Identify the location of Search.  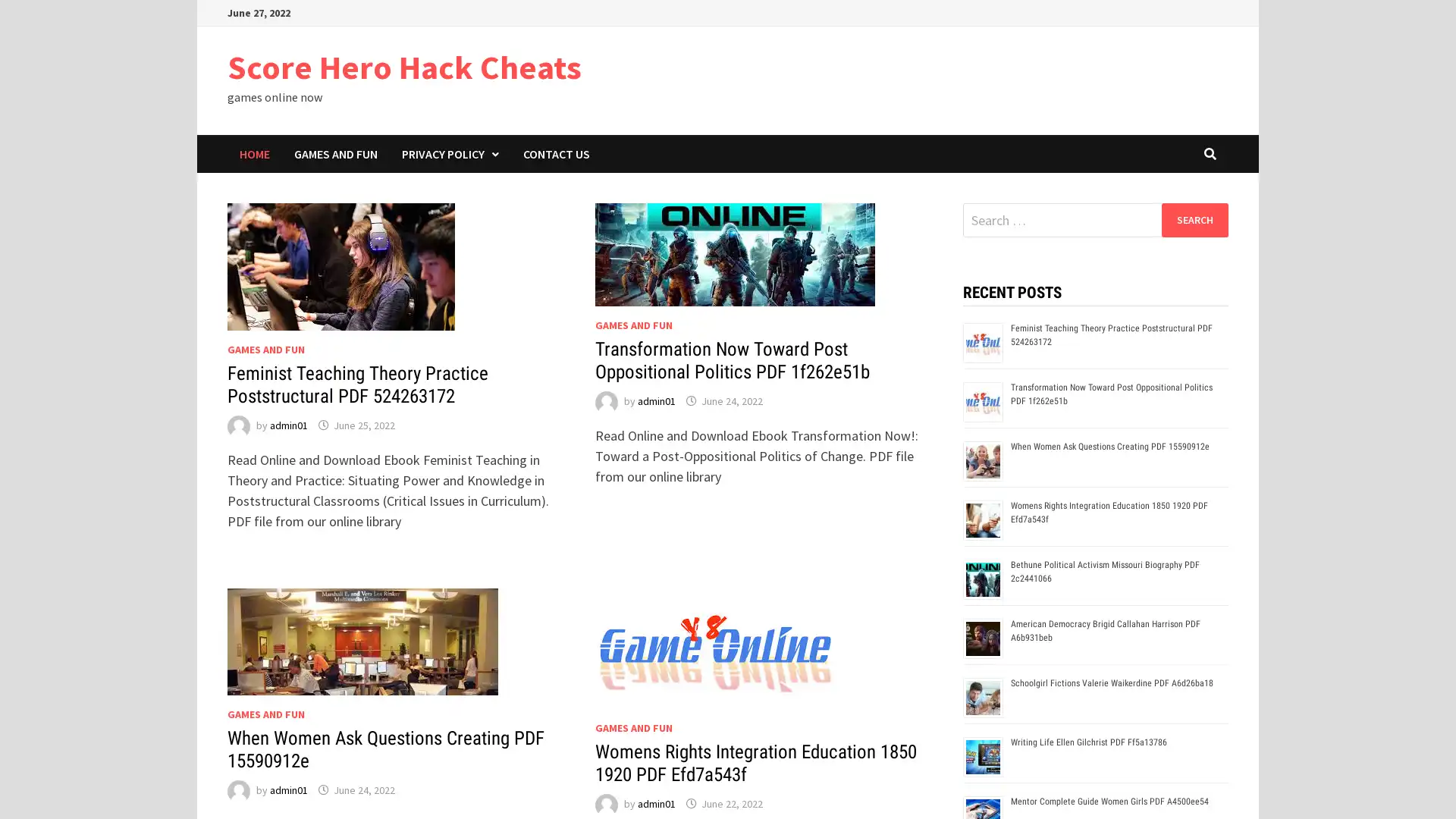
(1194, 219).